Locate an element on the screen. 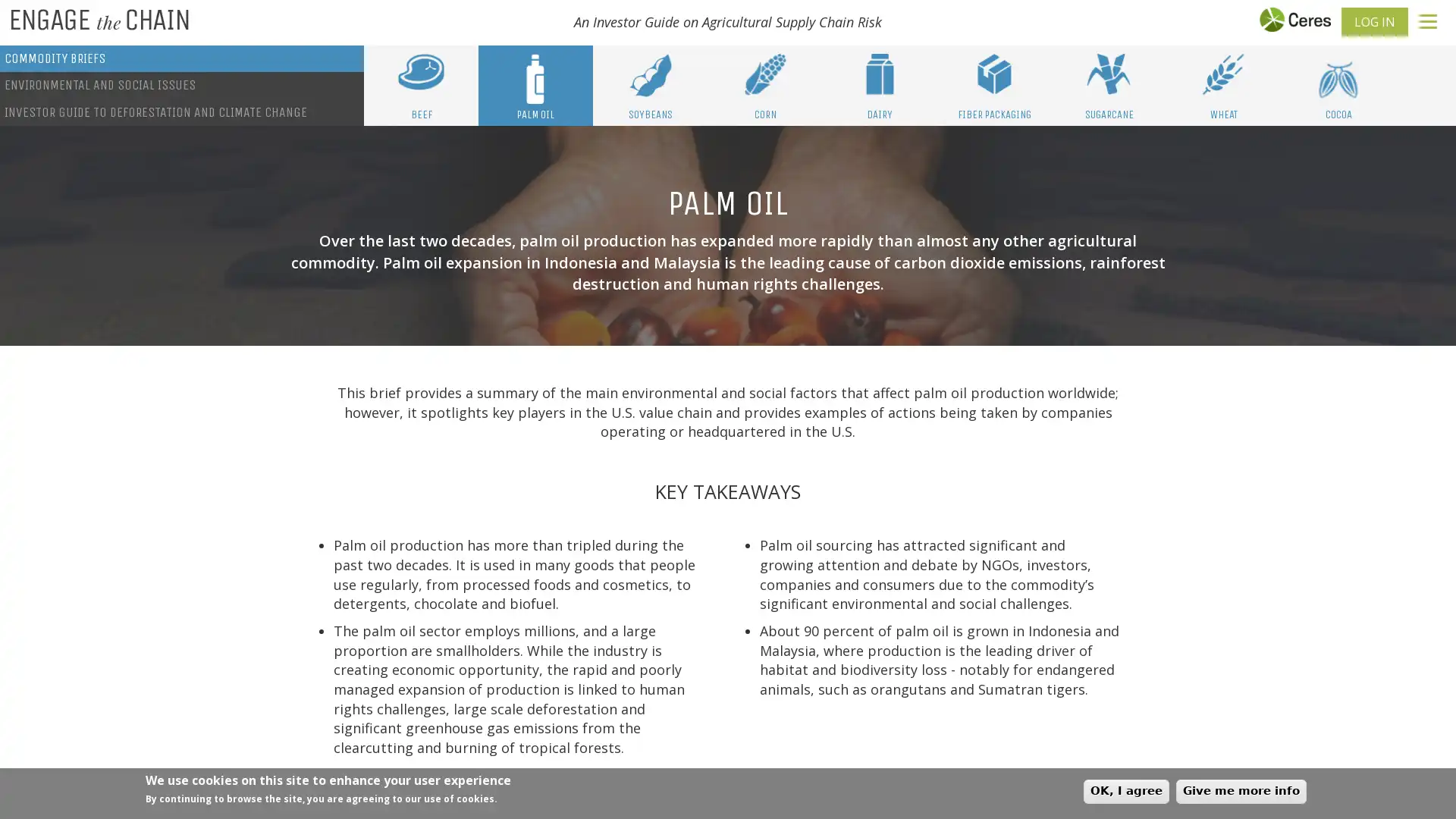  OK, I agree is located at coordinates (1126, 790).